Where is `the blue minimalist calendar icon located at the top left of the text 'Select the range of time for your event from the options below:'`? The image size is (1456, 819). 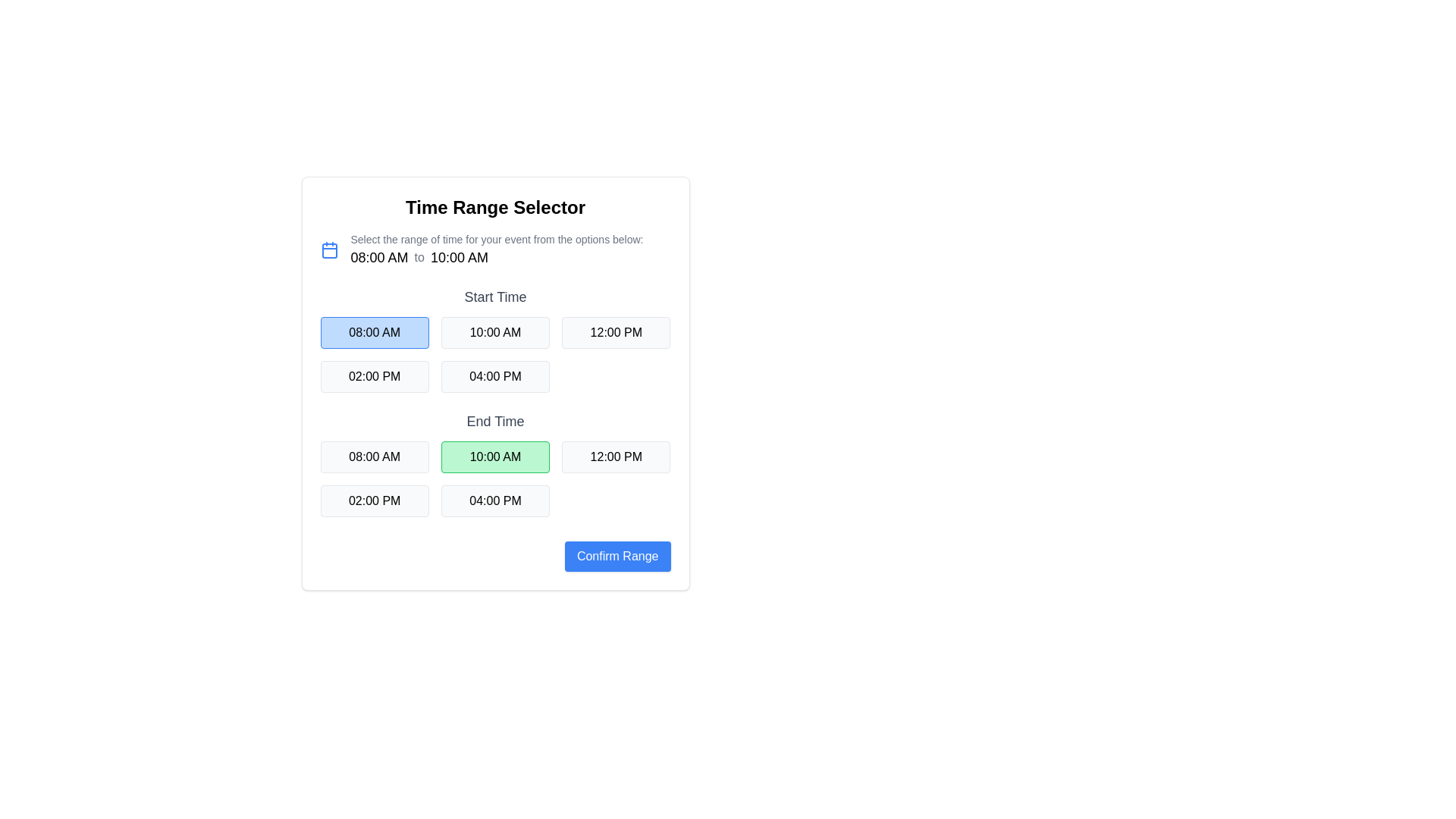
the blue minimalist calendar icon located at the top left of the text 'Select the range of time for your event from the options below:' is located at coordinates (328, 249).